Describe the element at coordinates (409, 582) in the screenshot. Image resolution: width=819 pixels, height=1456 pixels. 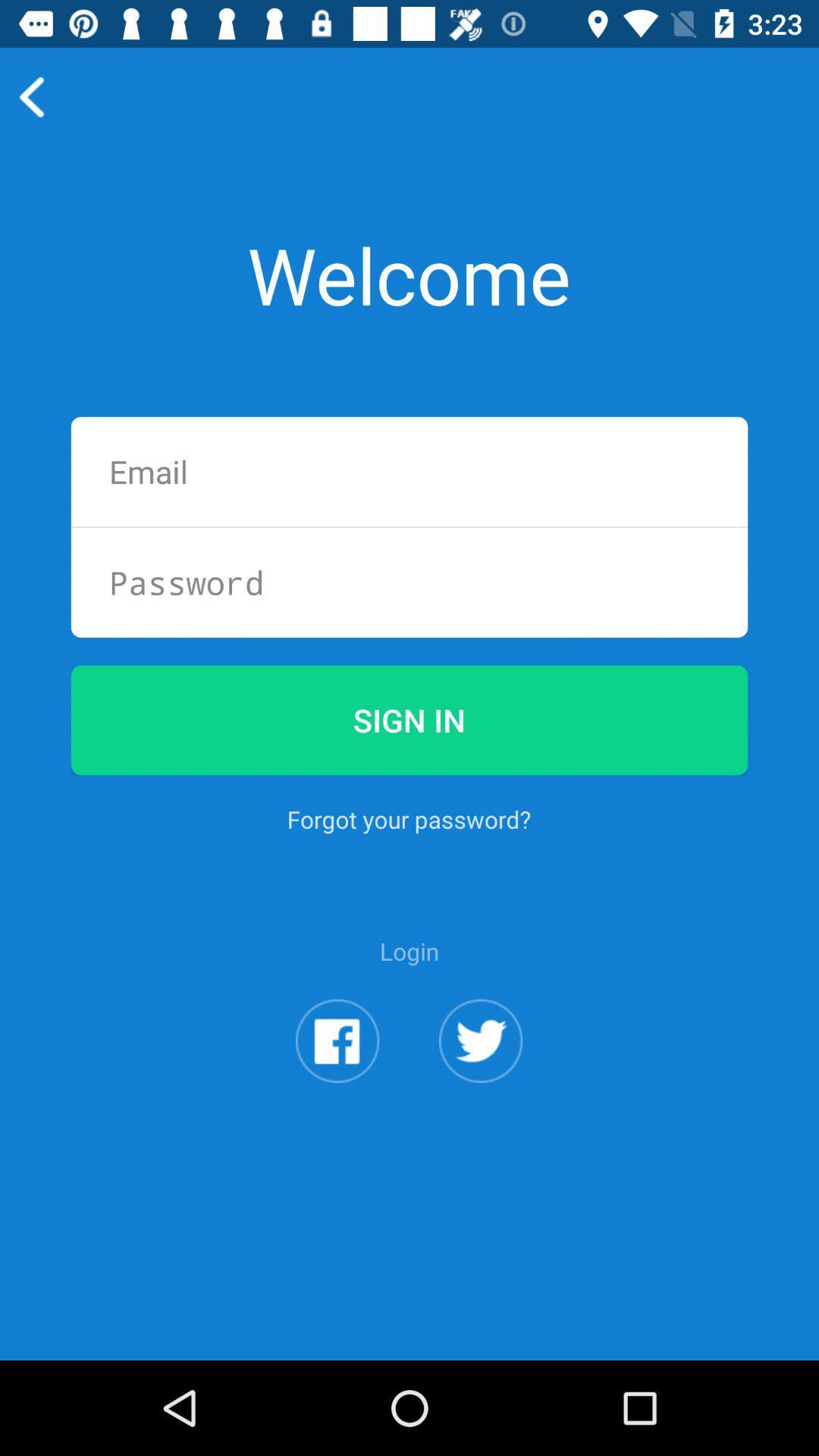
I see `your password` at that location.